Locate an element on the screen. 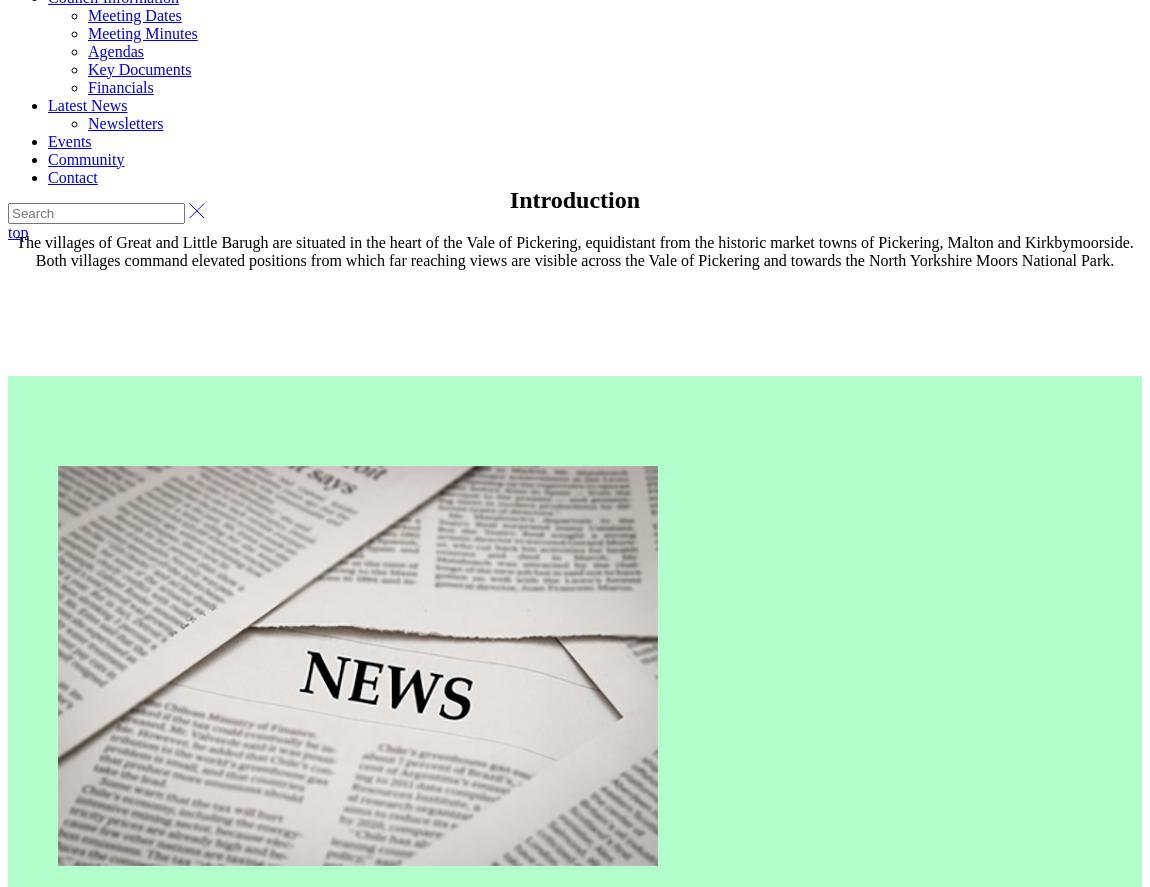  'Latest News' is located at coordinates (86, 104).